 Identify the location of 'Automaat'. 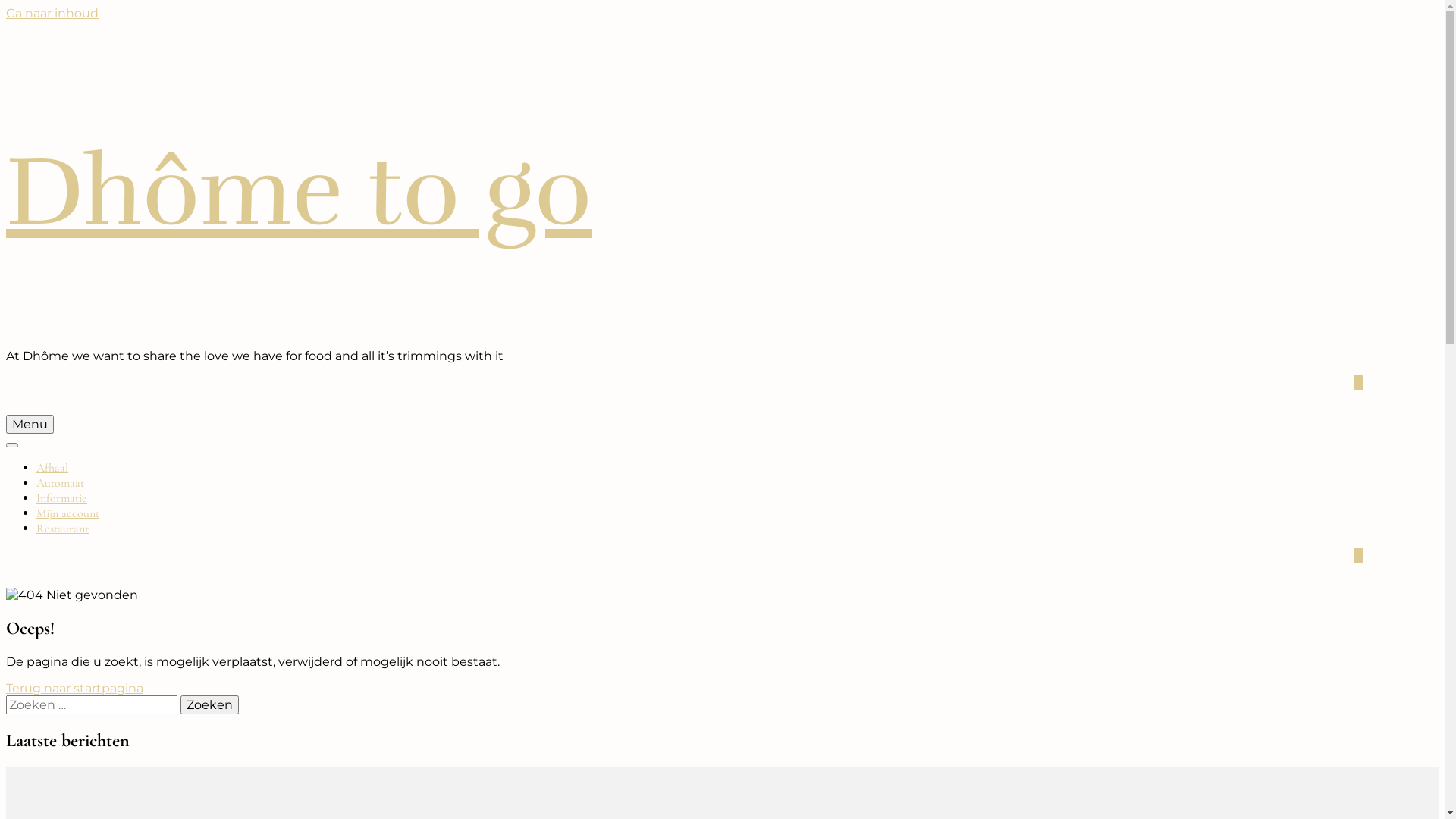
(60, 482).